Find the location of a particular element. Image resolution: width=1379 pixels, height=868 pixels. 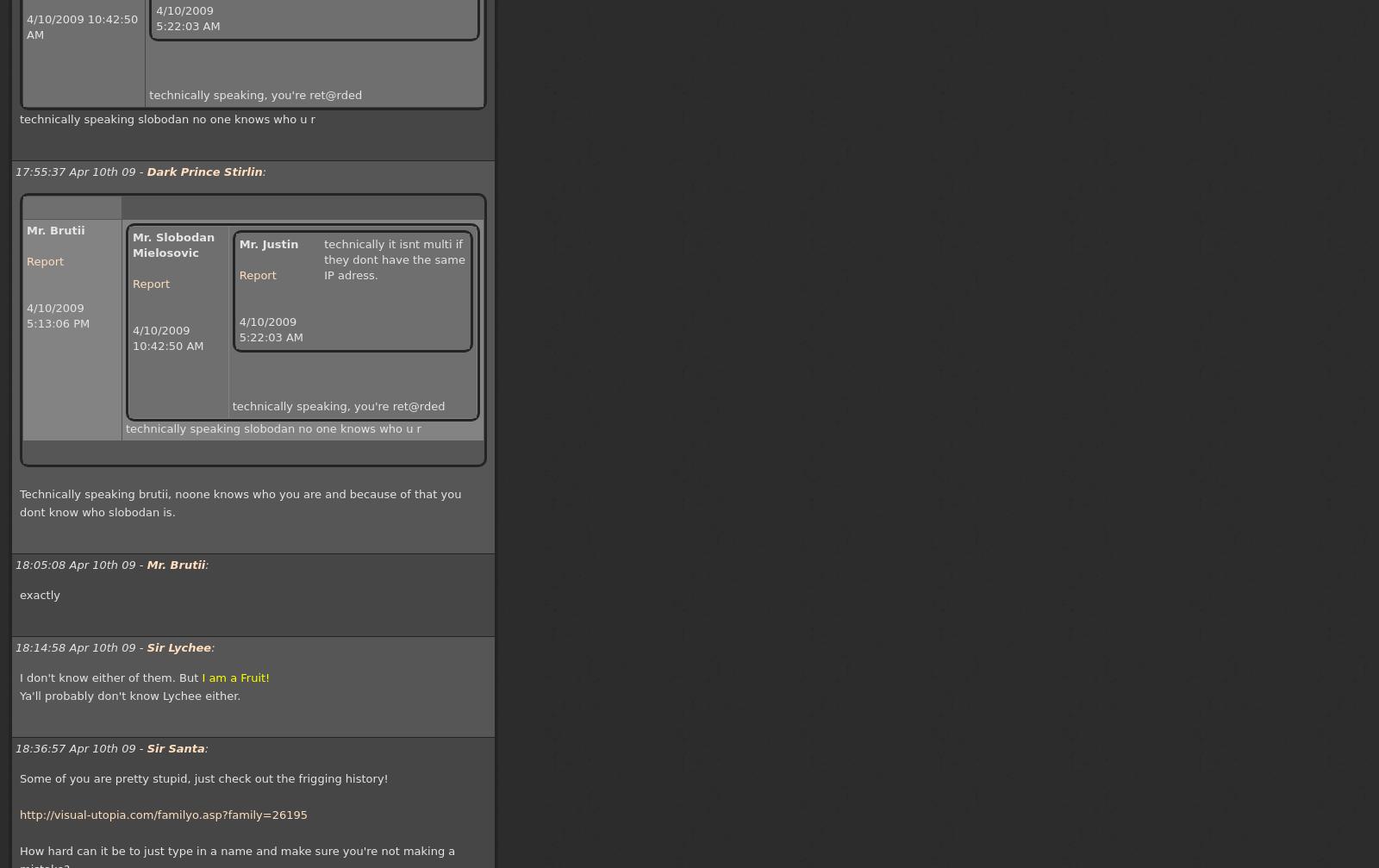

'Ya'll probably don't know Lychee either.' is located at coordinates (129, 695).